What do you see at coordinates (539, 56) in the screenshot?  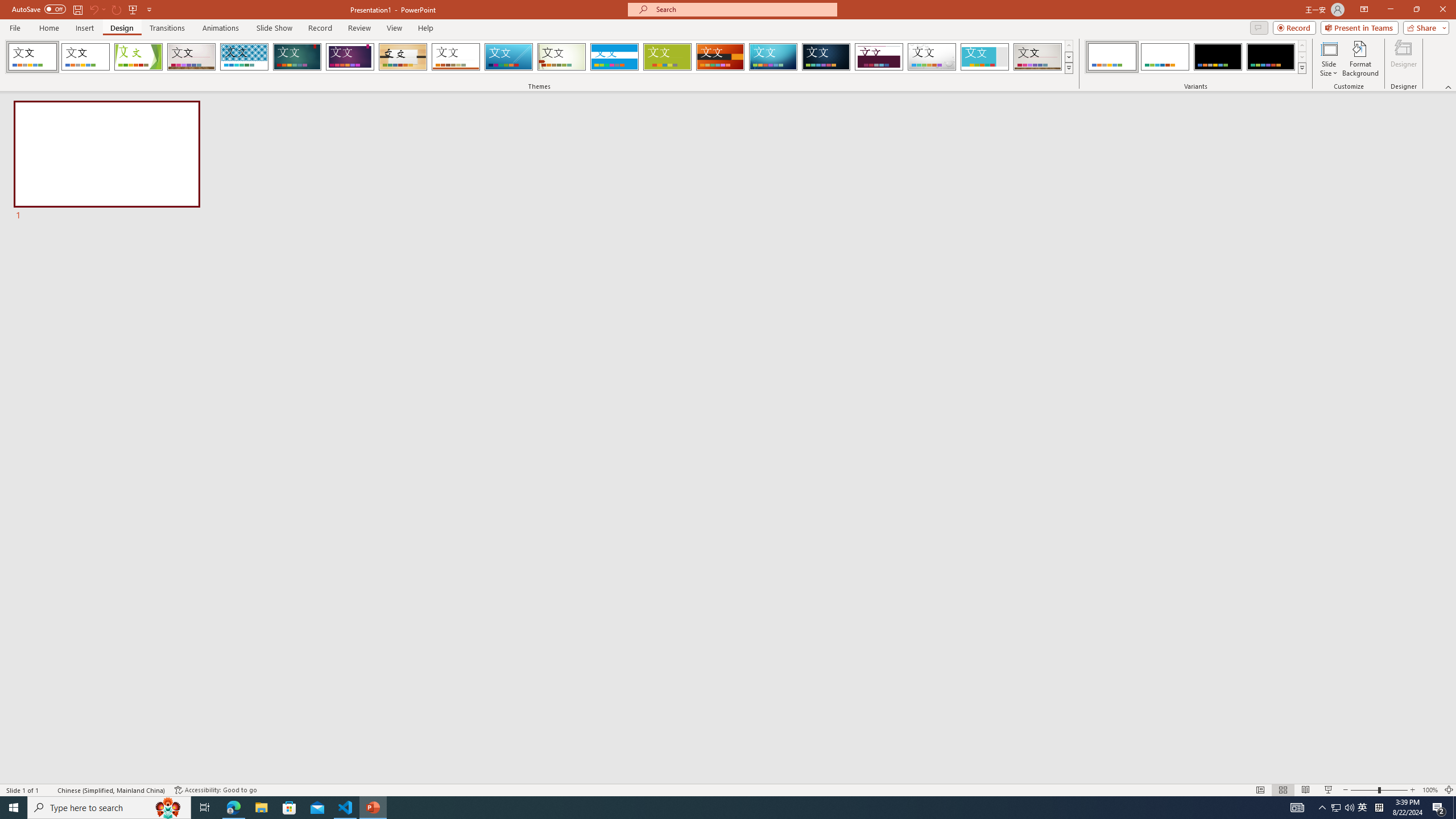 I see `'AutomationID: SlideThemesGallery'` at bounding box center [539, 56].